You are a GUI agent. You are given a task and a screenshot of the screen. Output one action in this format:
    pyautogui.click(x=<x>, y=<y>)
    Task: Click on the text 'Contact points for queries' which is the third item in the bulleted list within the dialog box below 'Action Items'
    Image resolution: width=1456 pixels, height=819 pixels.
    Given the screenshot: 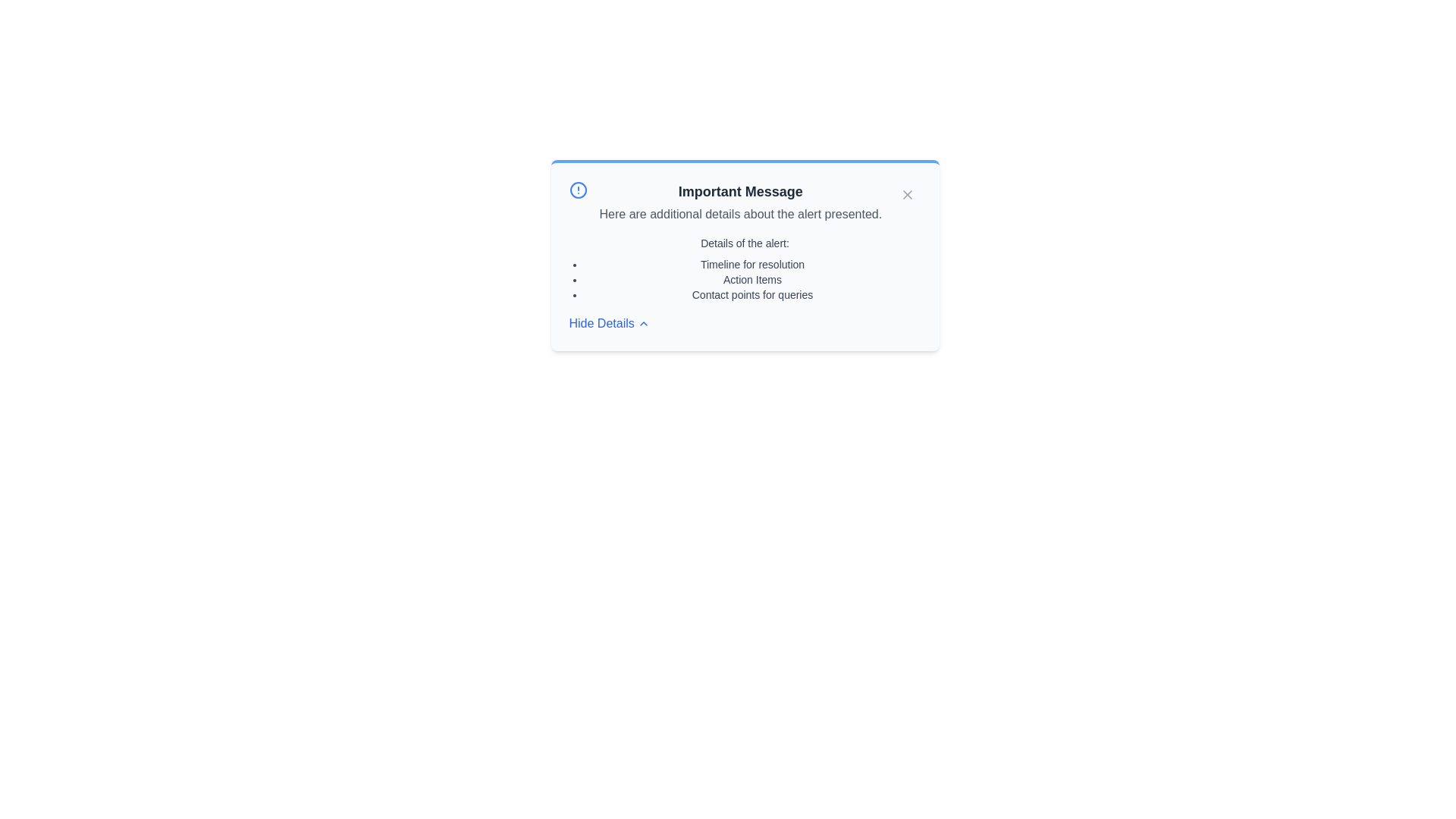 What is the action you would take?
    pyautogui.click(x=752, y=295)
    